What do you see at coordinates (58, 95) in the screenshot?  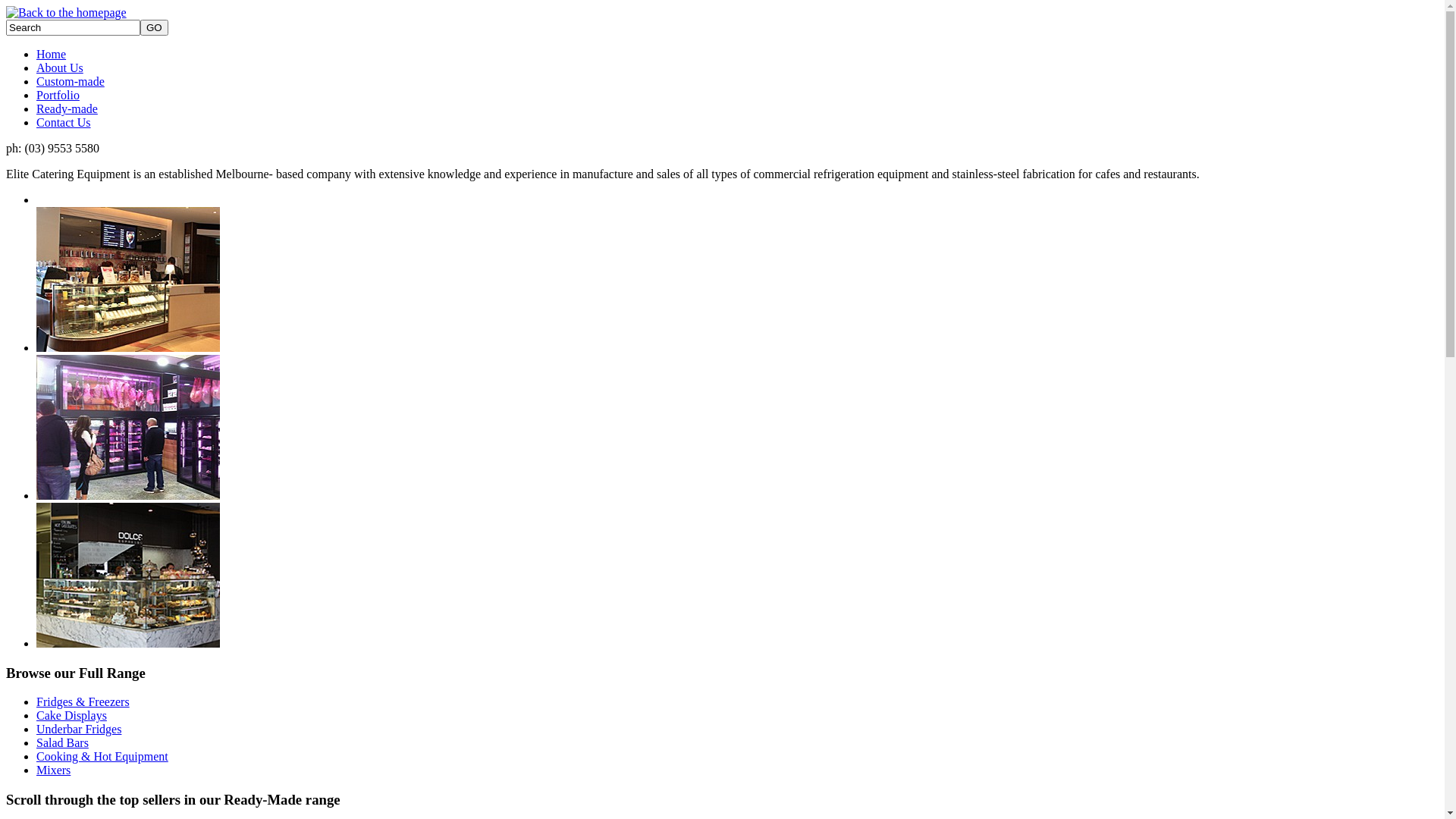 I see `'Portfolio'` at bounding box center [58, 95].